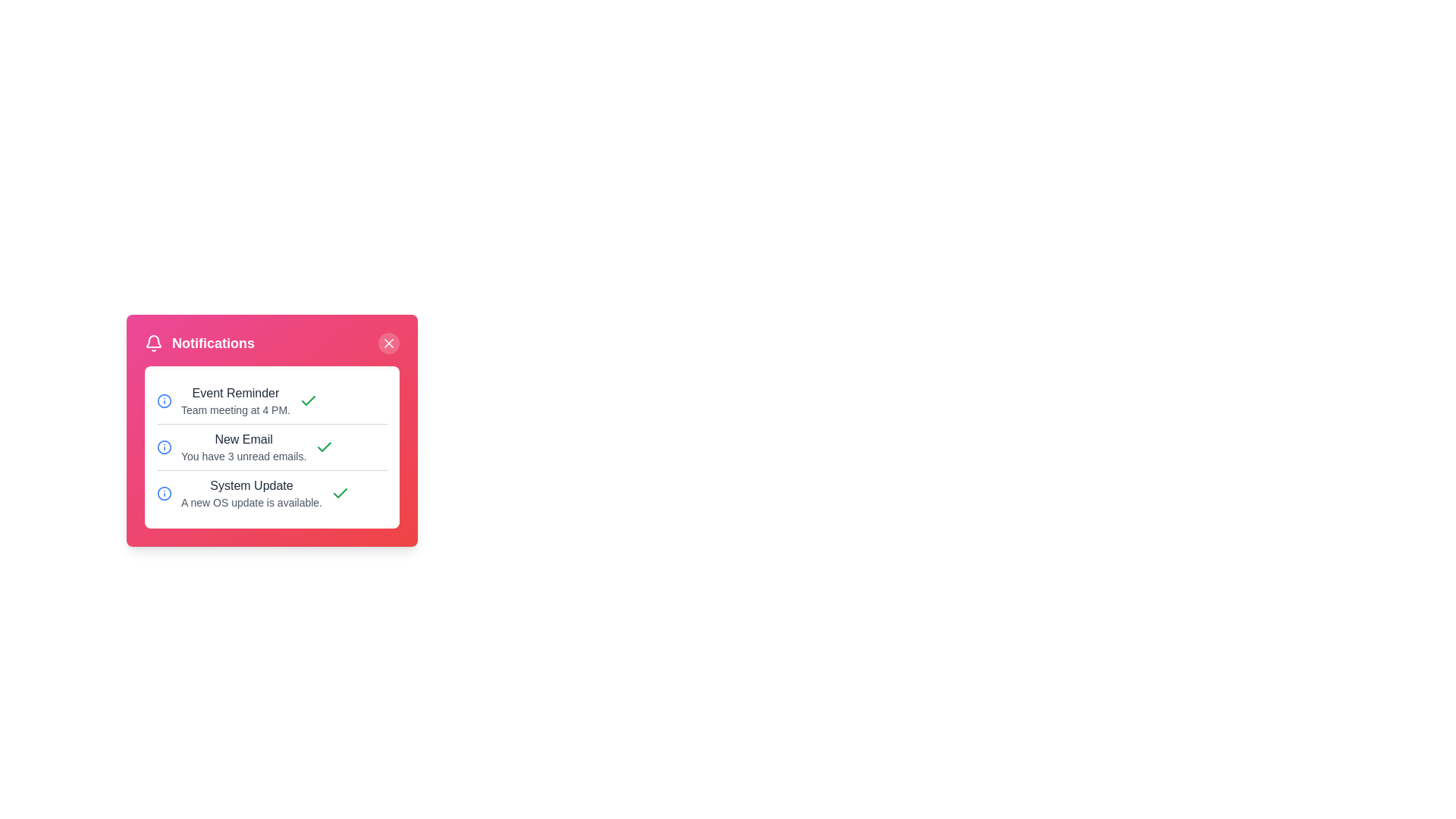 The width and height of the screenshot is (1456, 819). I want to click on the static text field displaying 'You have 3 unread emails.' which is positioned below the 'New Email' title in the second notification entry on the UI card, so click(243, 455).